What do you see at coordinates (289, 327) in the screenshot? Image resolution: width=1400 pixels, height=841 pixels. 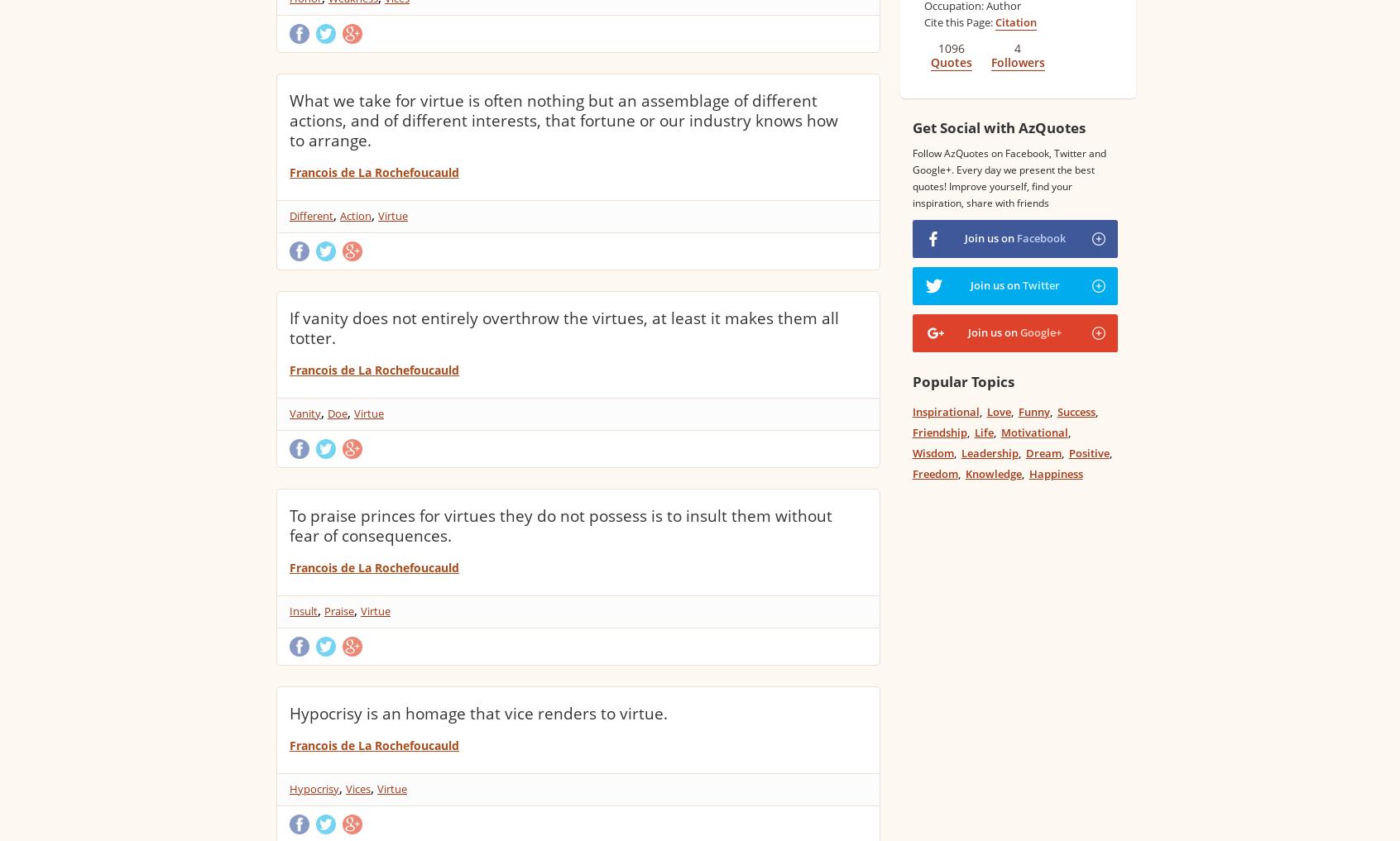 I see `'If vanity does not entirely overthrow the virtues, at least it makes them all totter.'` at bounding box center [289, 327].